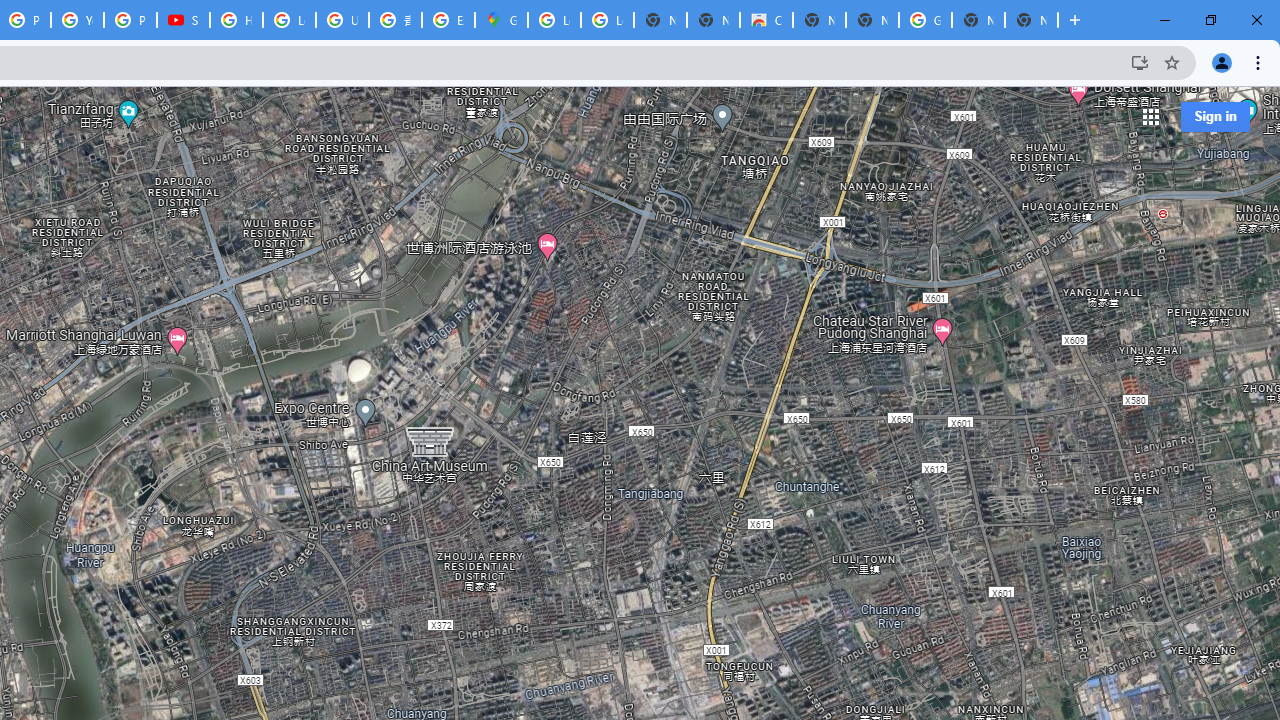  What do you see at coordinates (765, 20) in the screenshot?
I see `'Chrome Web Store'` at bounding box center [765, 20].